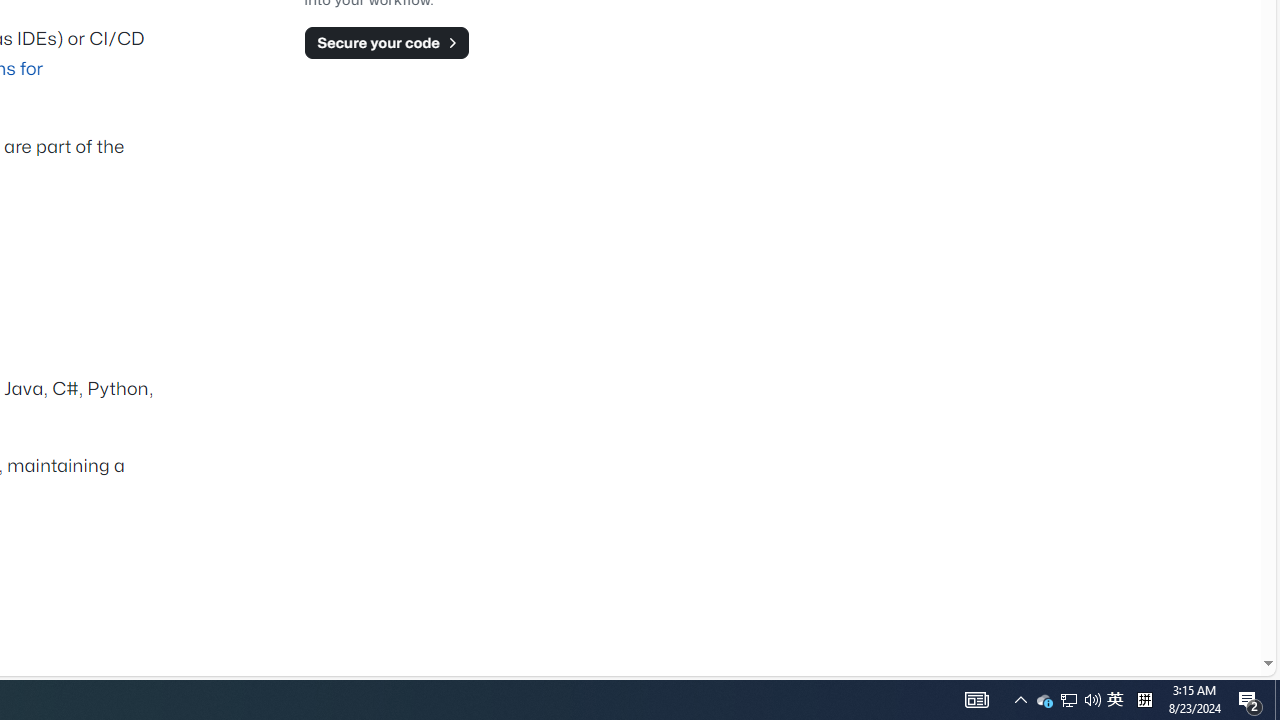 Image resolution: width=1280 pixels, height=720 pixels. What do you see at coordinates (386, 42) in the screenshot?
I see `'Secure your code'` at bounding box center [386, 42].